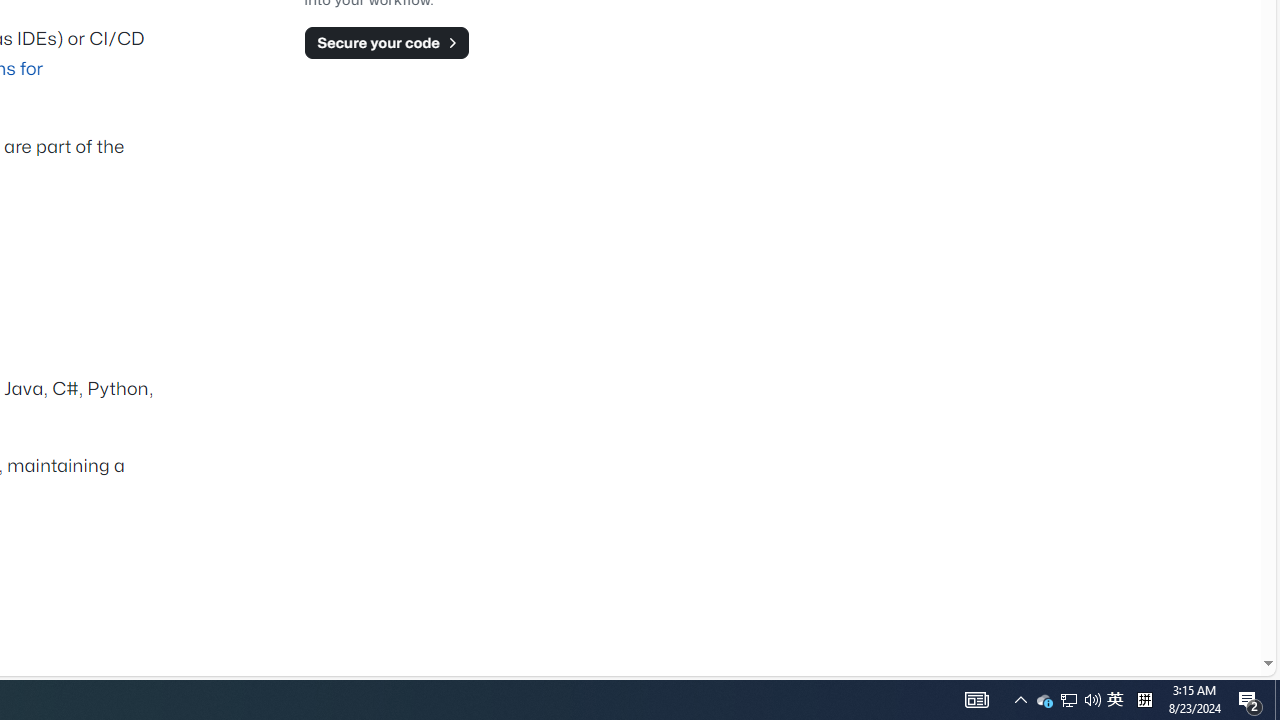 Image resolution: width=1280 pixels, height=720 pixels. What do you see at coordinates (386, 42) in the screenshot?
I see `'Secure your code'` at bounding box center [386, 42].